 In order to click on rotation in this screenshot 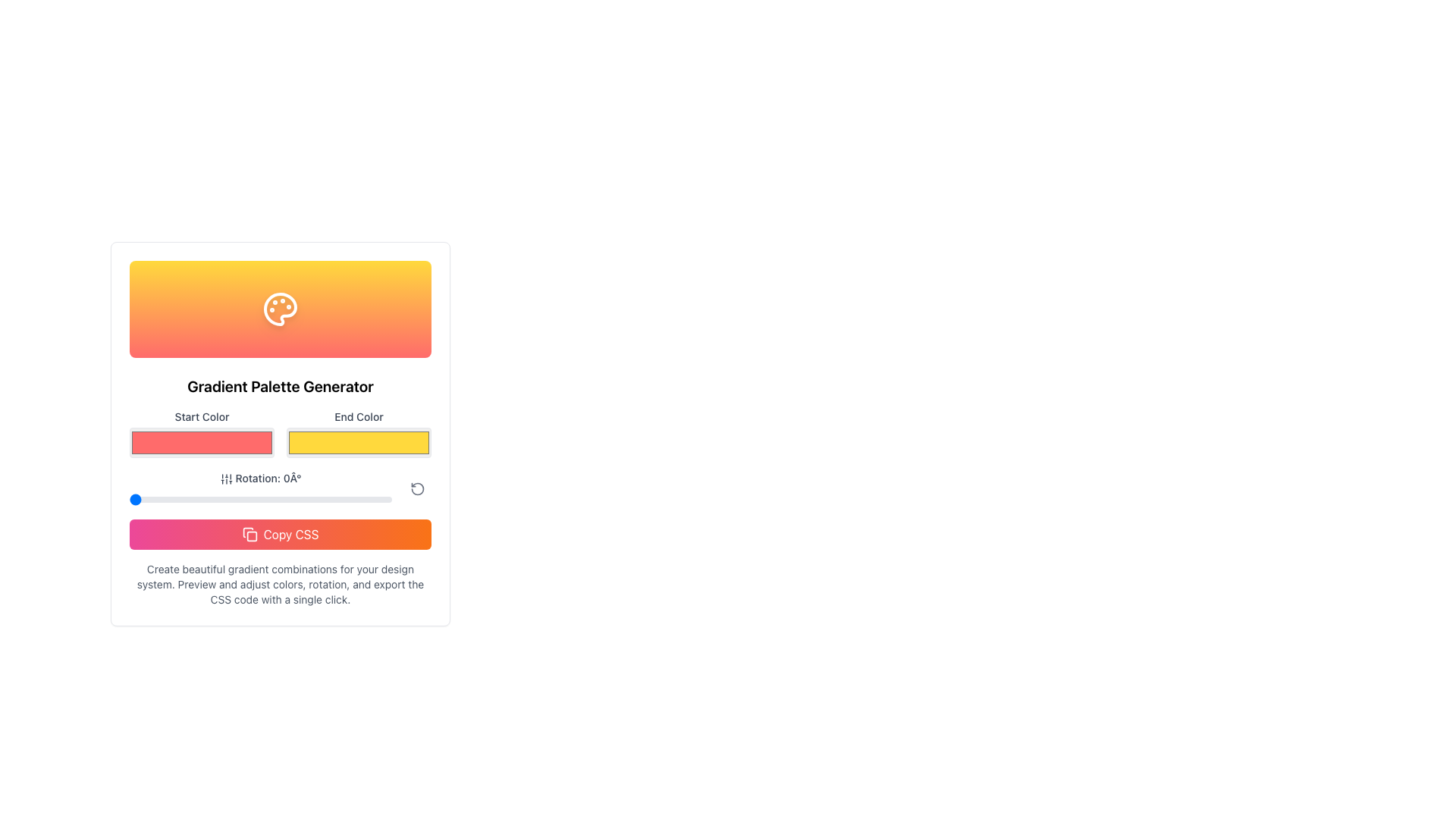, I will do `click(152, 500)`.